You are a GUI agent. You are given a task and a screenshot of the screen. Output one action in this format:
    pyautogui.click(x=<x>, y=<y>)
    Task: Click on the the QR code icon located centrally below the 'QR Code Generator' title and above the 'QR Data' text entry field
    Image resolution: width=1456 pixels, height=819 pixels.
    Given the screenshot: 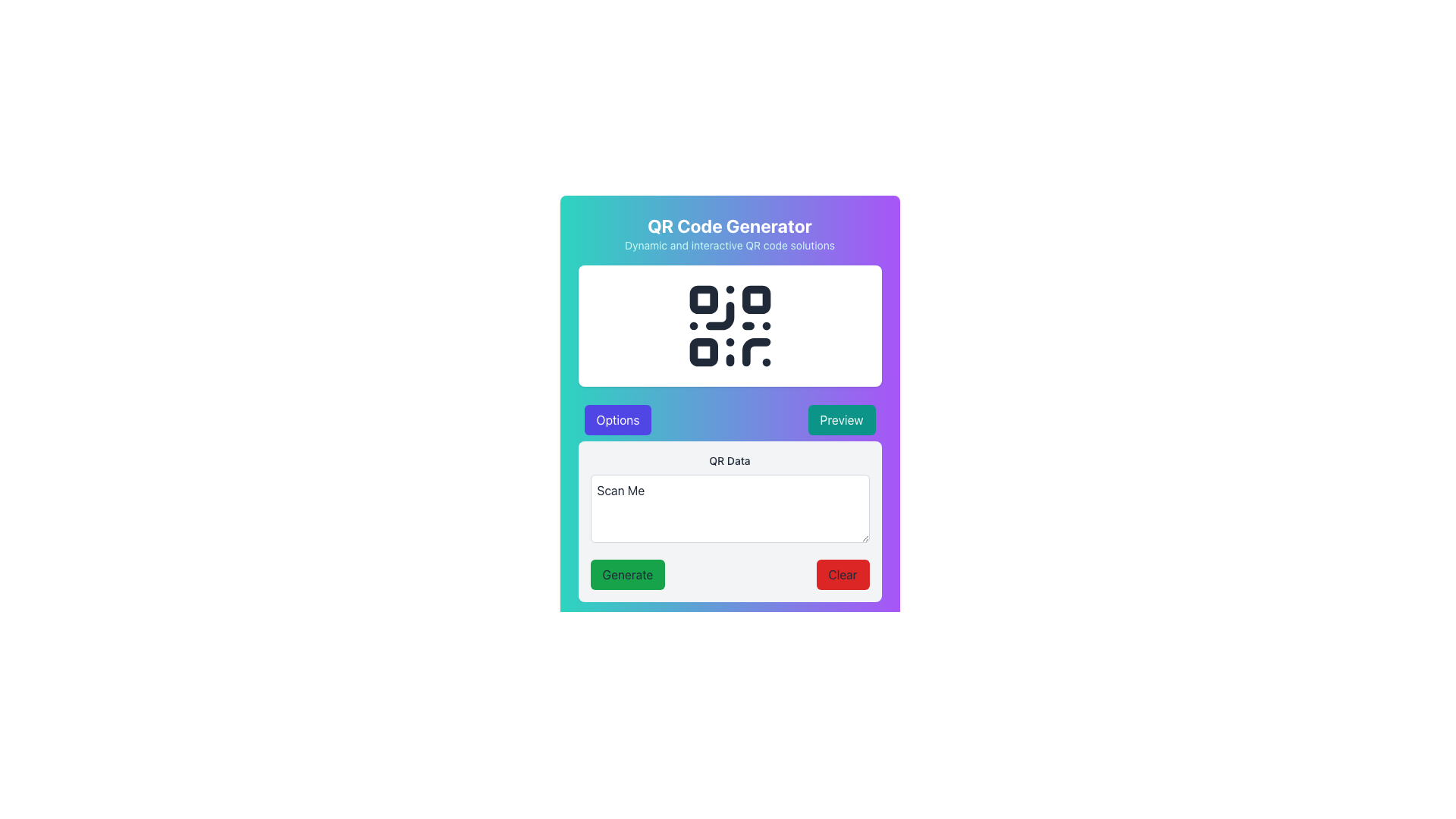 What is the action you would take?
    pyautogui.click(x=730, y=325)
    